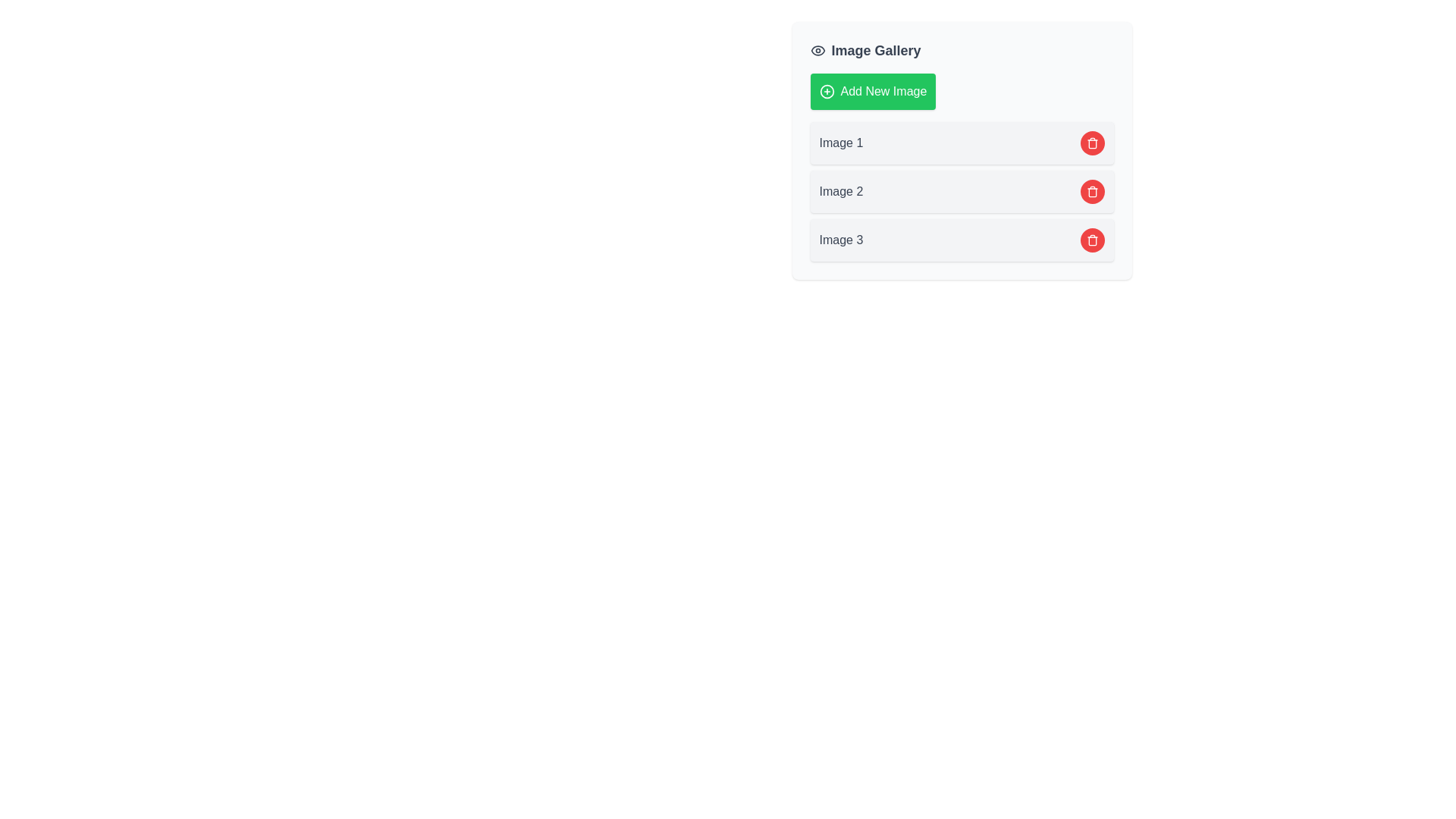  What do you see at coordinates (1092, 191) in the screenshot?
I see `the second red circular button that corresponds to 'Image 2' to observe the hover effect` at bounding box center [1092, 191].